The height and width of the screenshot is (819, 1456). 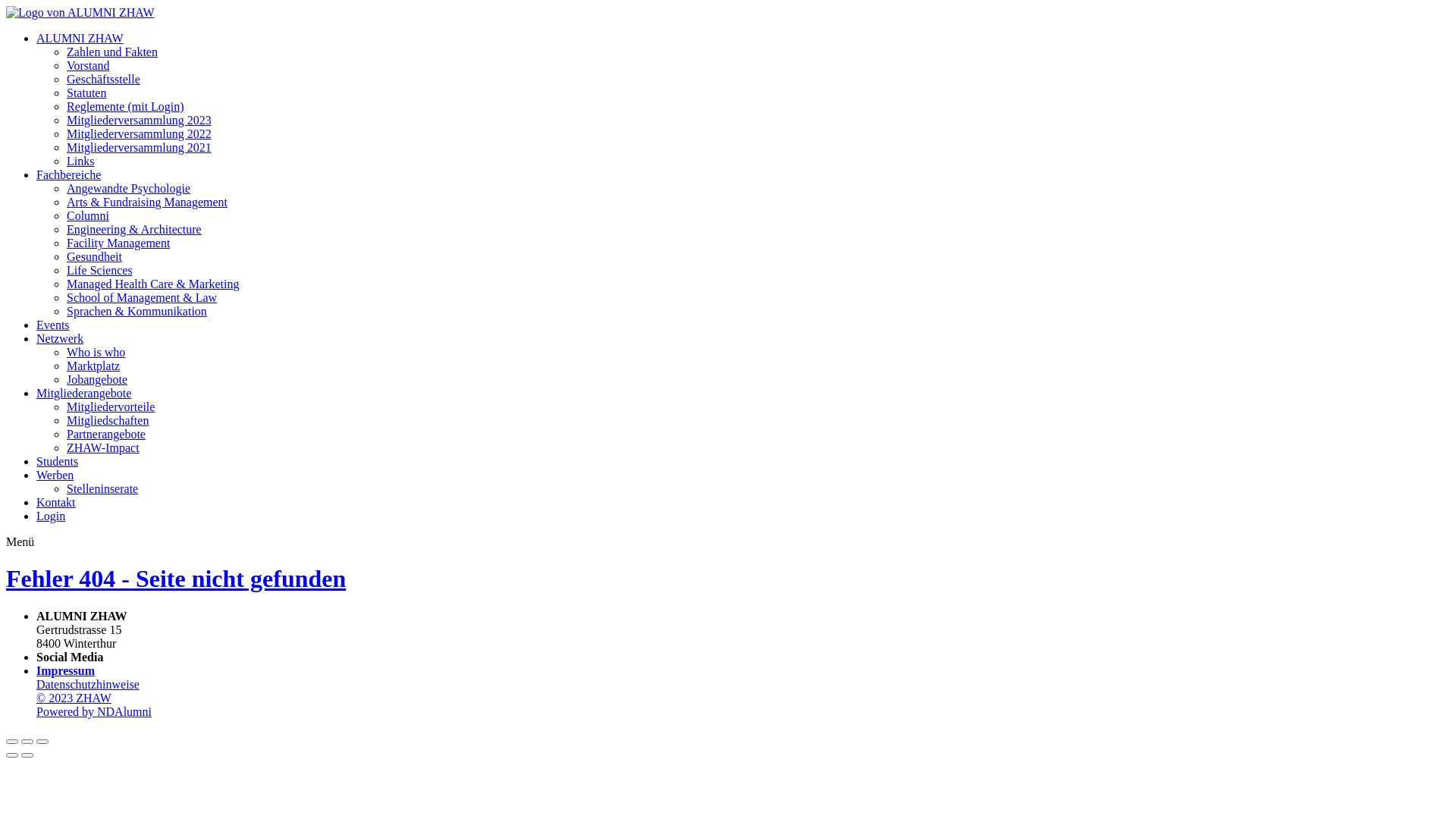 What do you see at coordinates (93, 256) in the screenshot?
I see `'Gesundheit'` at bounding box center [93, 256].